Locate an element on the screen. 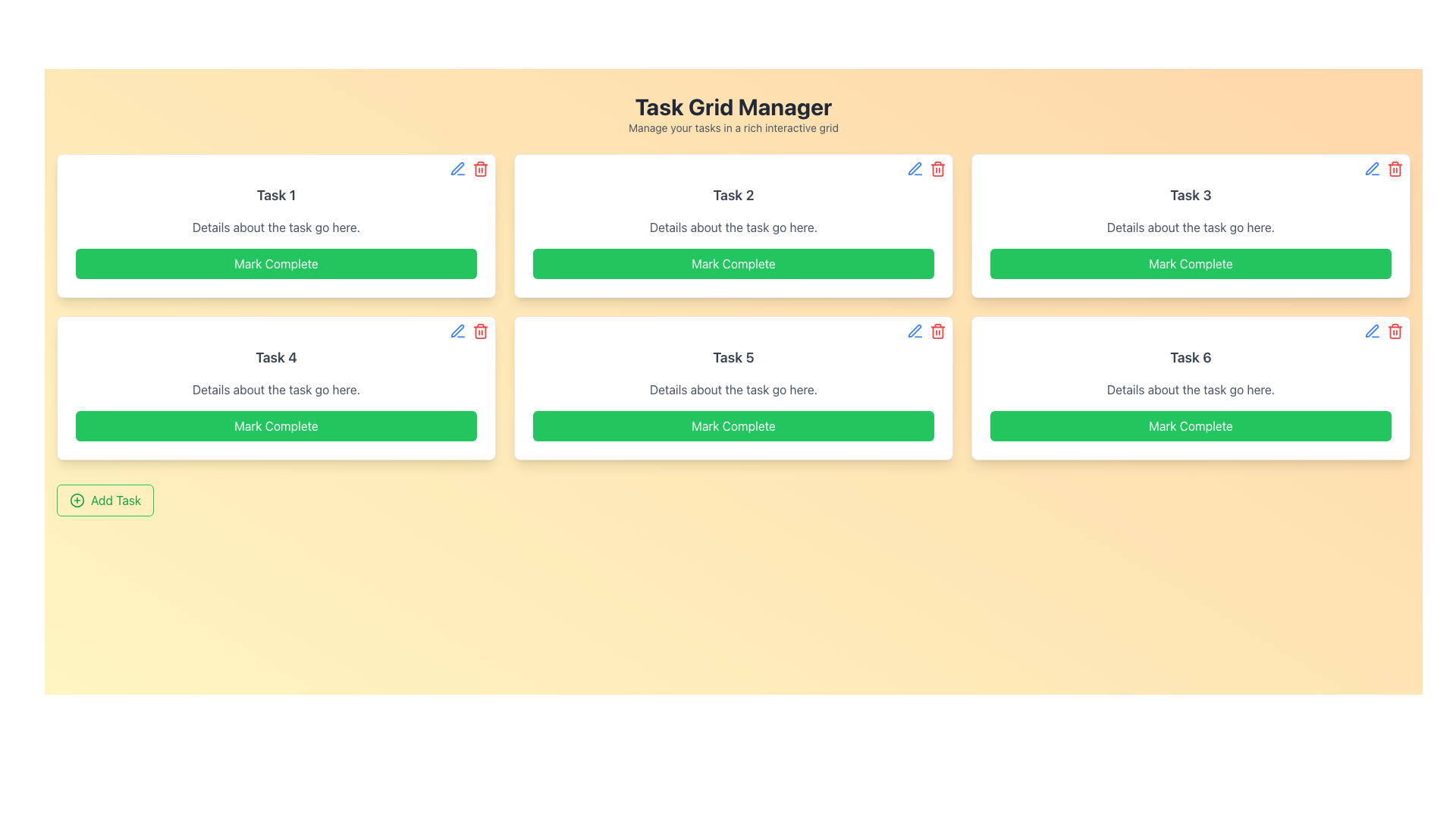  the 'Delete' icon (trash can) is located at coordinates (469, 330).